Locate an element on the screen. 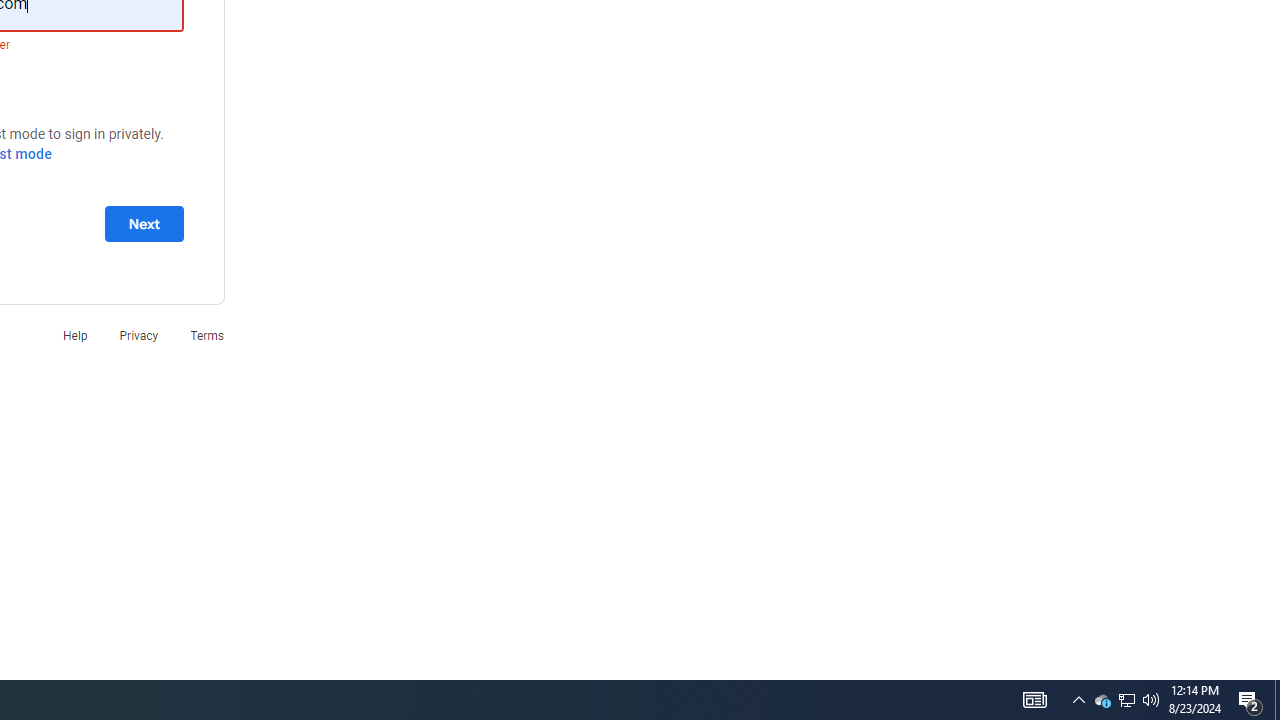 This screenshot has height=720, width=1280. 'Next' is located at coordinates (143, 223).